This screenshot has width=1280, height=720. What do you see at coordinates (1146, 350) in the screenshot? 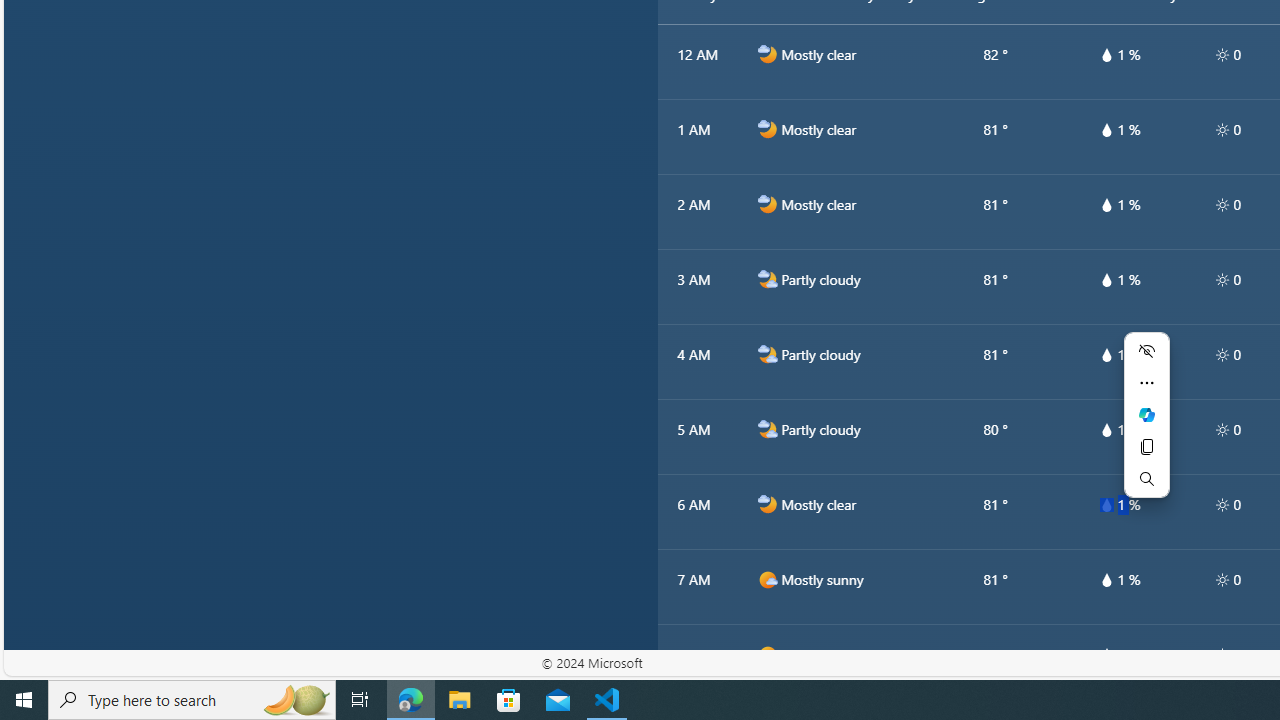
I see `'Hide menu'` at bounding box center [1146, 350].